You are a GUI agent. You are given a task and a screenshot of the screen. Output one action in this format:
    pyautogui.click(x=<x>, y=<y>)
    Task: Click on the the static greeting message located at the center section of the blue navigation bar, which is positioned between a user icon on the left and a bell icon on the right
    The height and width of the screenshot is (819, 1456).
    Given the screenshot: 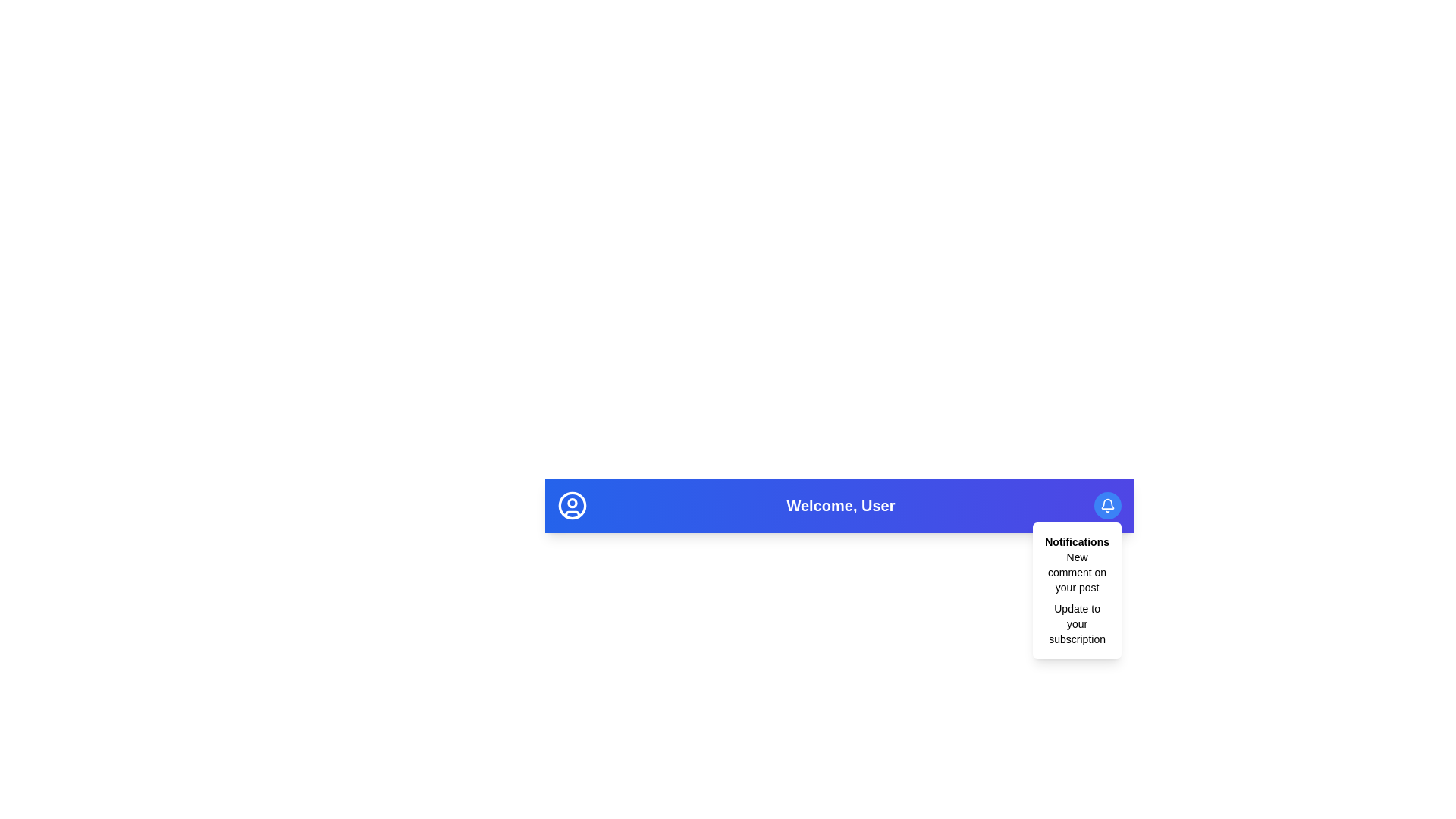 What is the action you would take?
    pyautogui.click(x=839, y=506)
    